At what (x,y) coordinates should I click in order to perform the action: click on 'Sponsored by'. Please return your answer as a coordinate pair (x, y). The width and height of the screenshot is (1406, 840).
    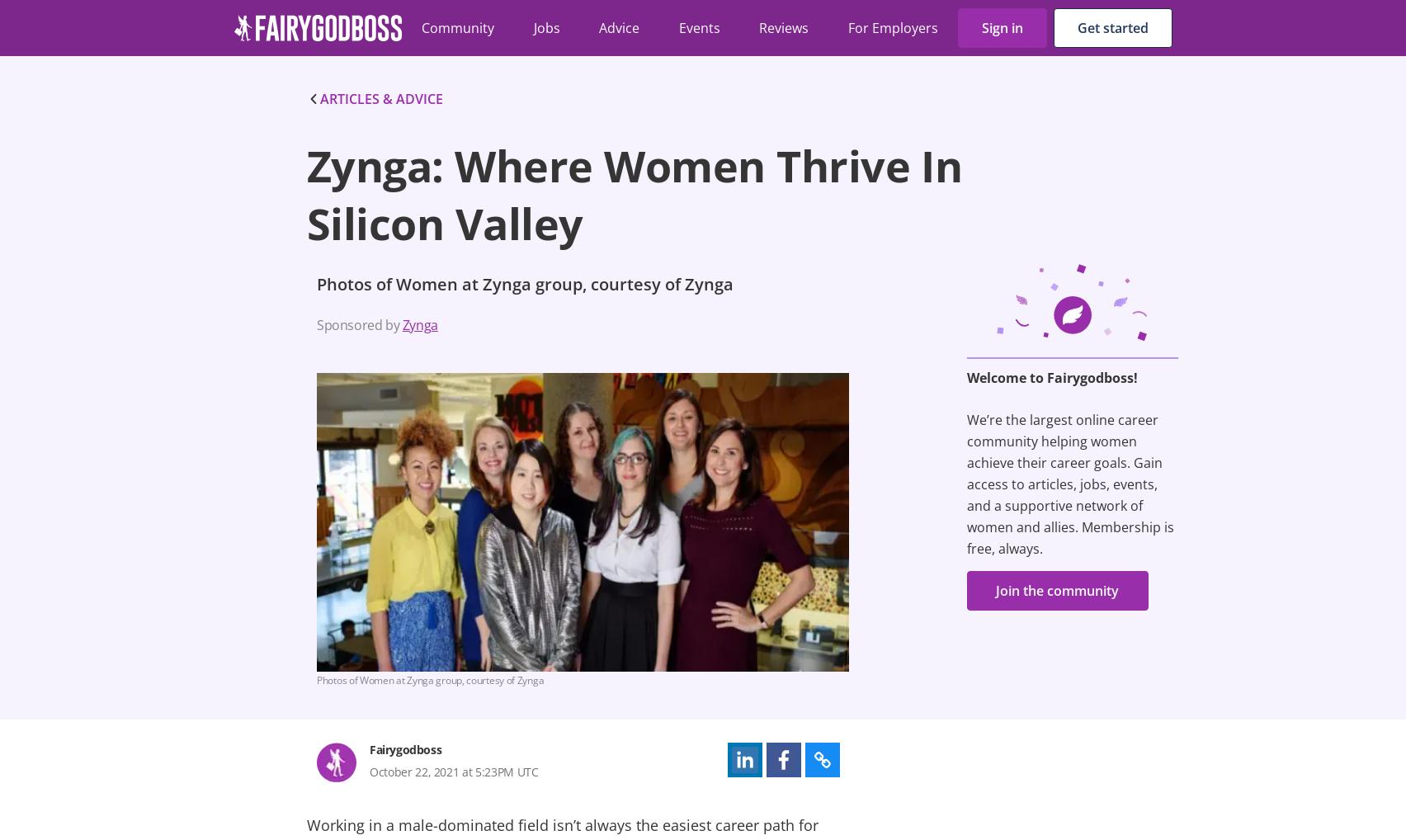
    Looking at the image, I should click on (358, 324).